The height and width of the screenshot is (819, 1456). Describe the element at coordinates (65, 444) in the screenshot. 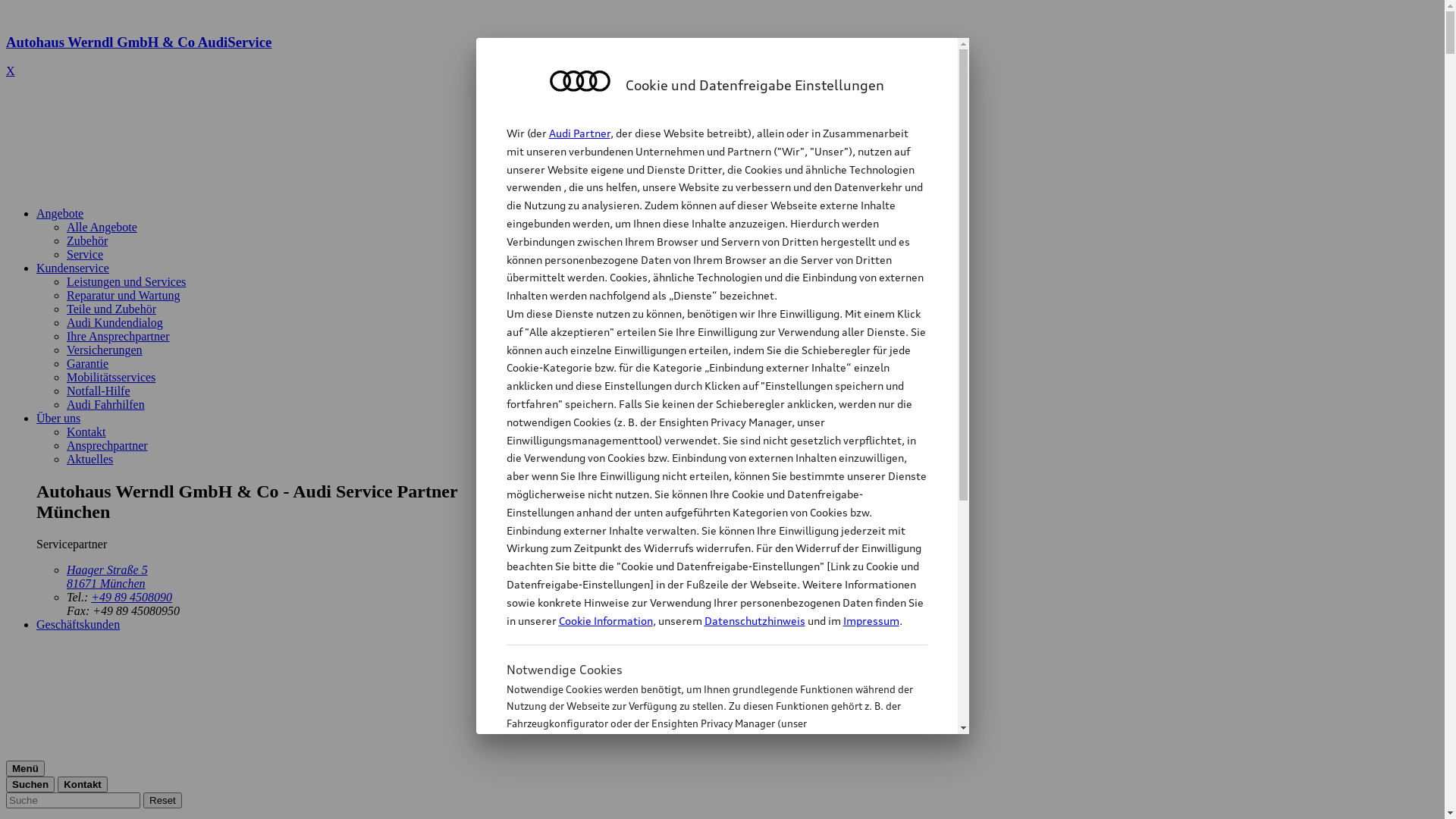

I see `'Ansprechpartner'` at that location.